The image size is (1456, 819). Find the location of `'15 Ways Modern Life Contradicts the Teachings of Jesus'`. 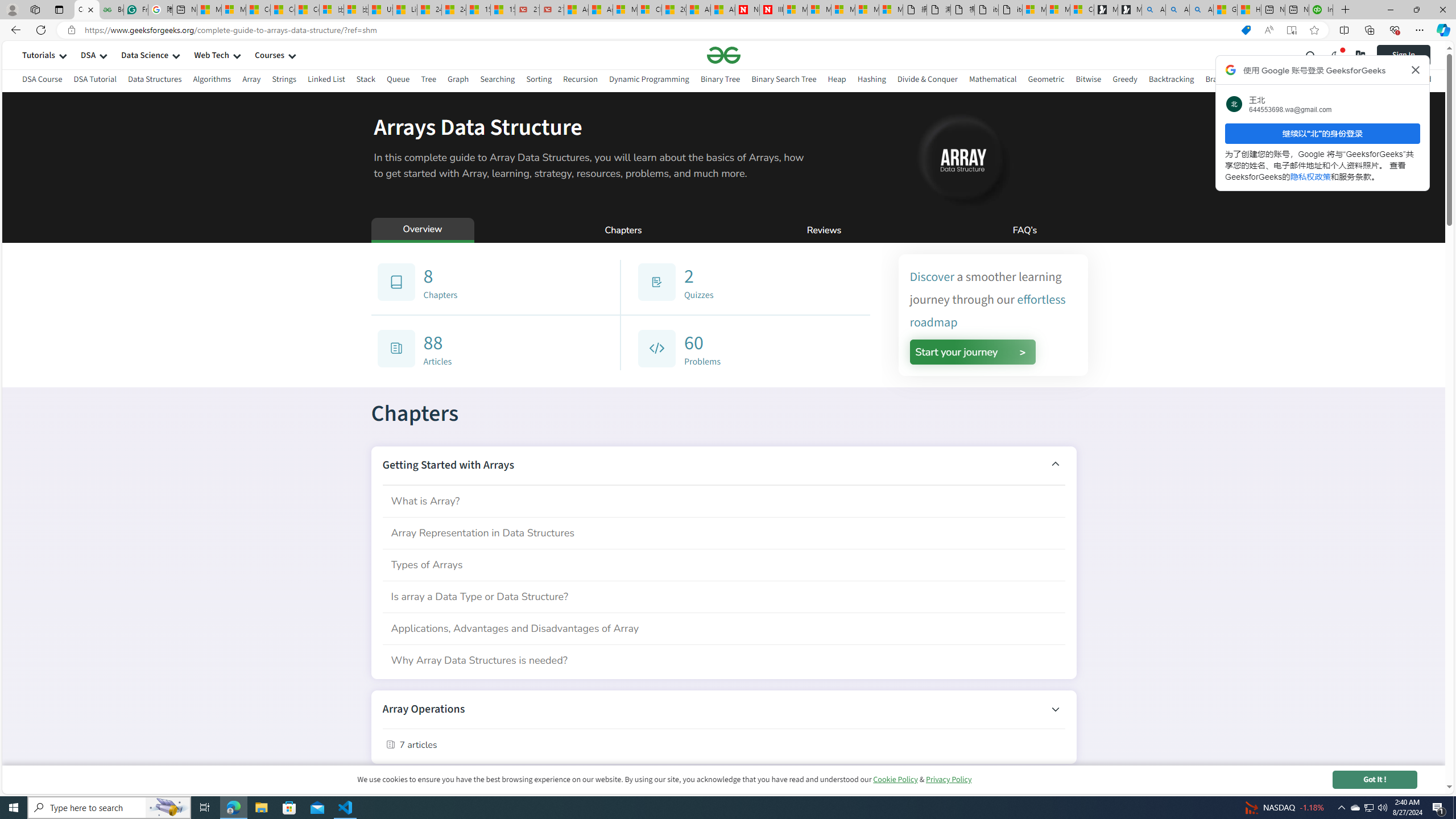

'15 Ways Modern Life Contradicts the Teachings of Jesus' is located at coordinates (503, 9).